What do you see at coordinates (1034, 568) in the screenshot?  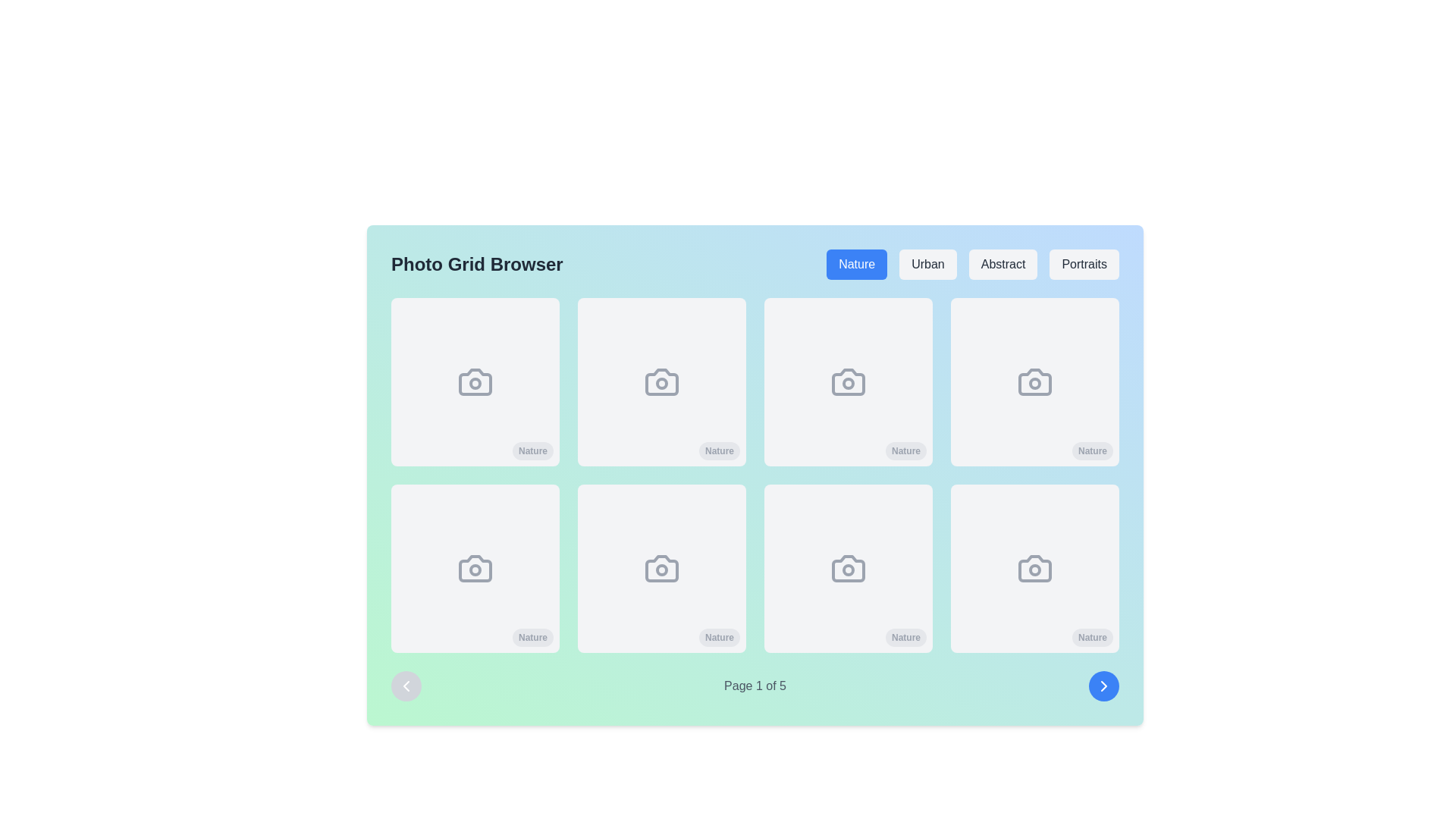 I see `the gray stylized camera icon located in the bottom-right square of a 4x2 grid, which has a light gray background and a 'Nature' label underneath` at bounding box center [1034, 568].